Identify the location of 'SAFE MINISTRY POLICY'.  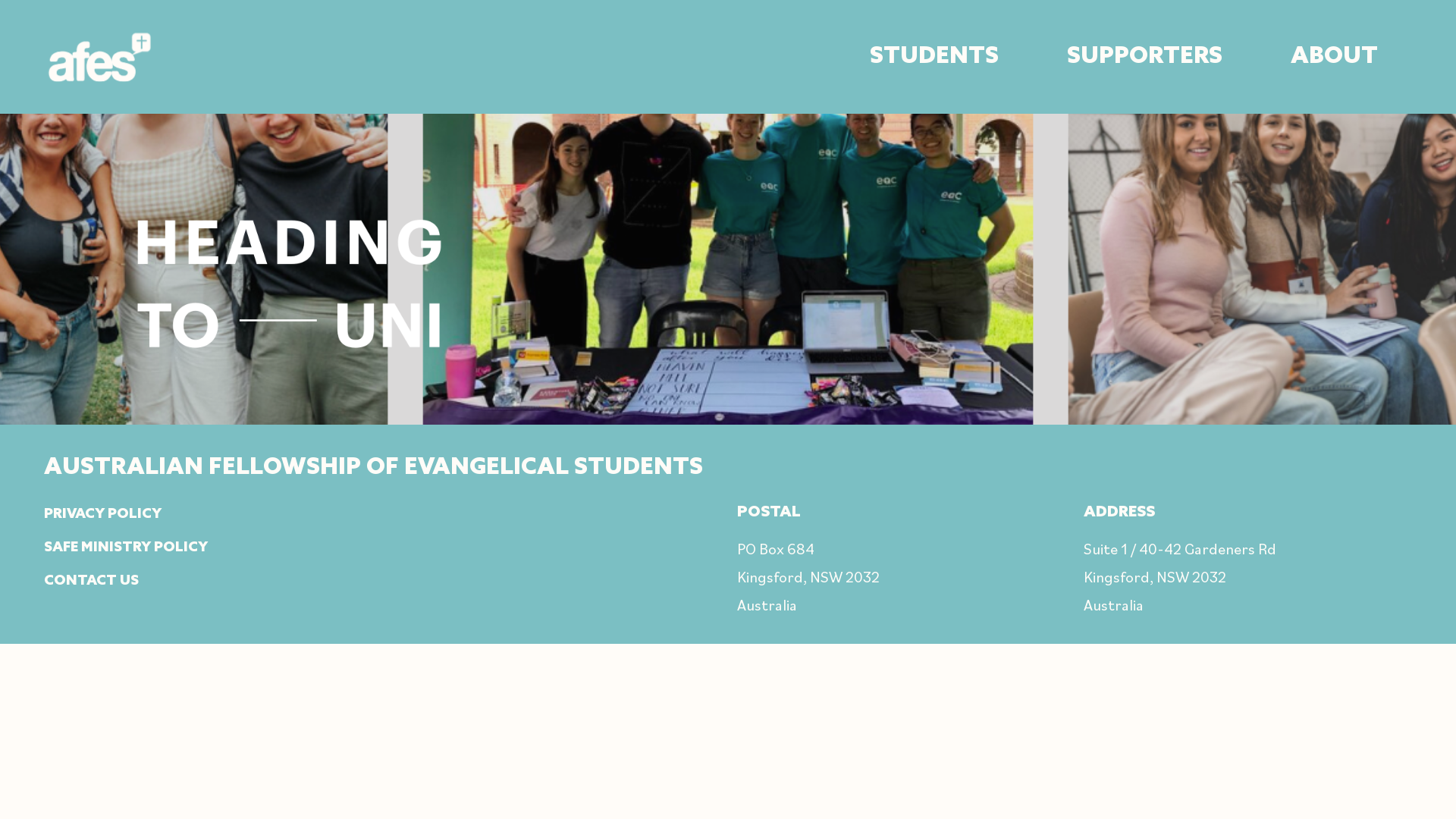
(43, 547).